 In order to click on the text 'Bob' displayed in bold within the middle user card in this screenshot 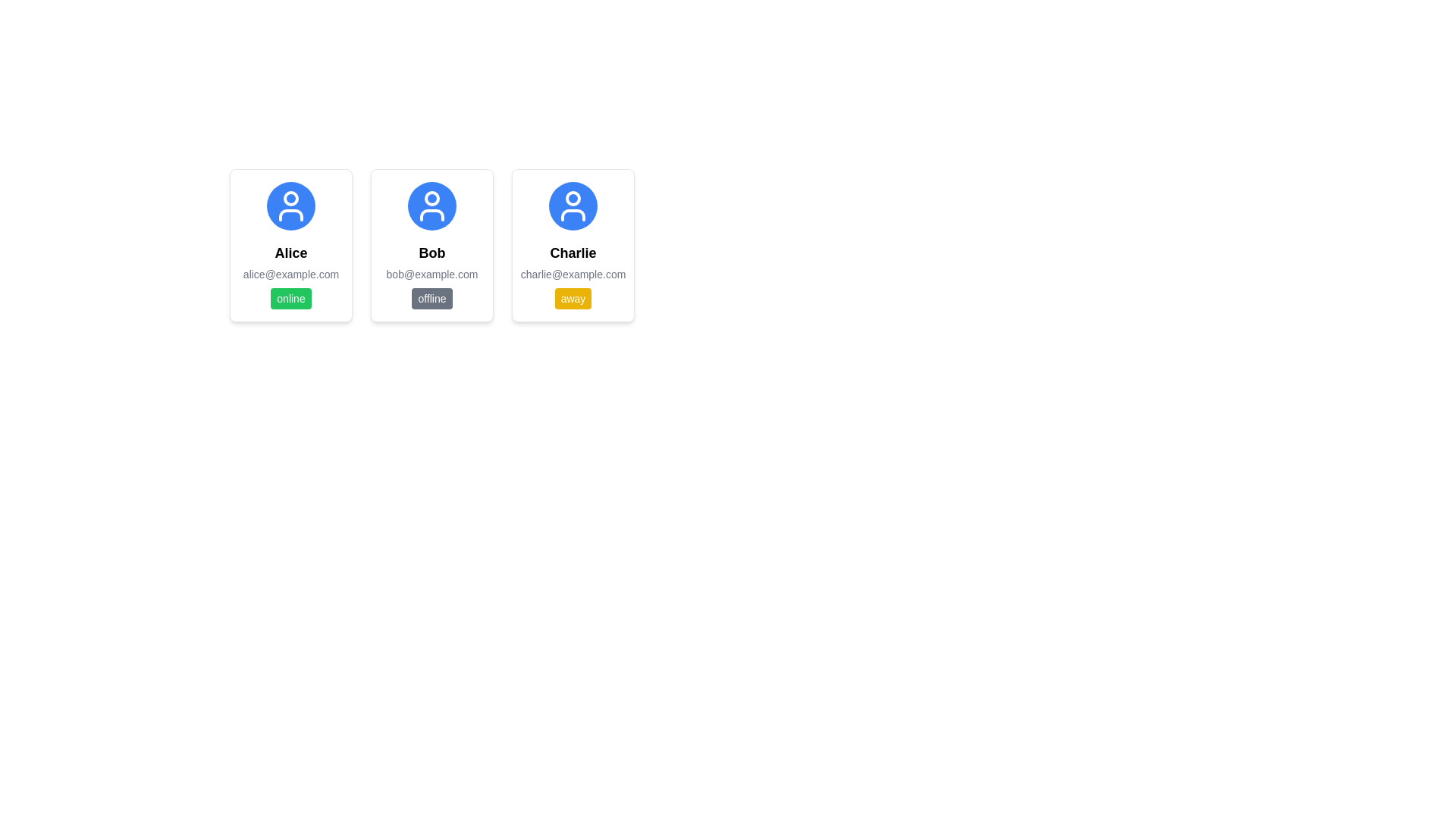, I will do `click(431, 253)`.